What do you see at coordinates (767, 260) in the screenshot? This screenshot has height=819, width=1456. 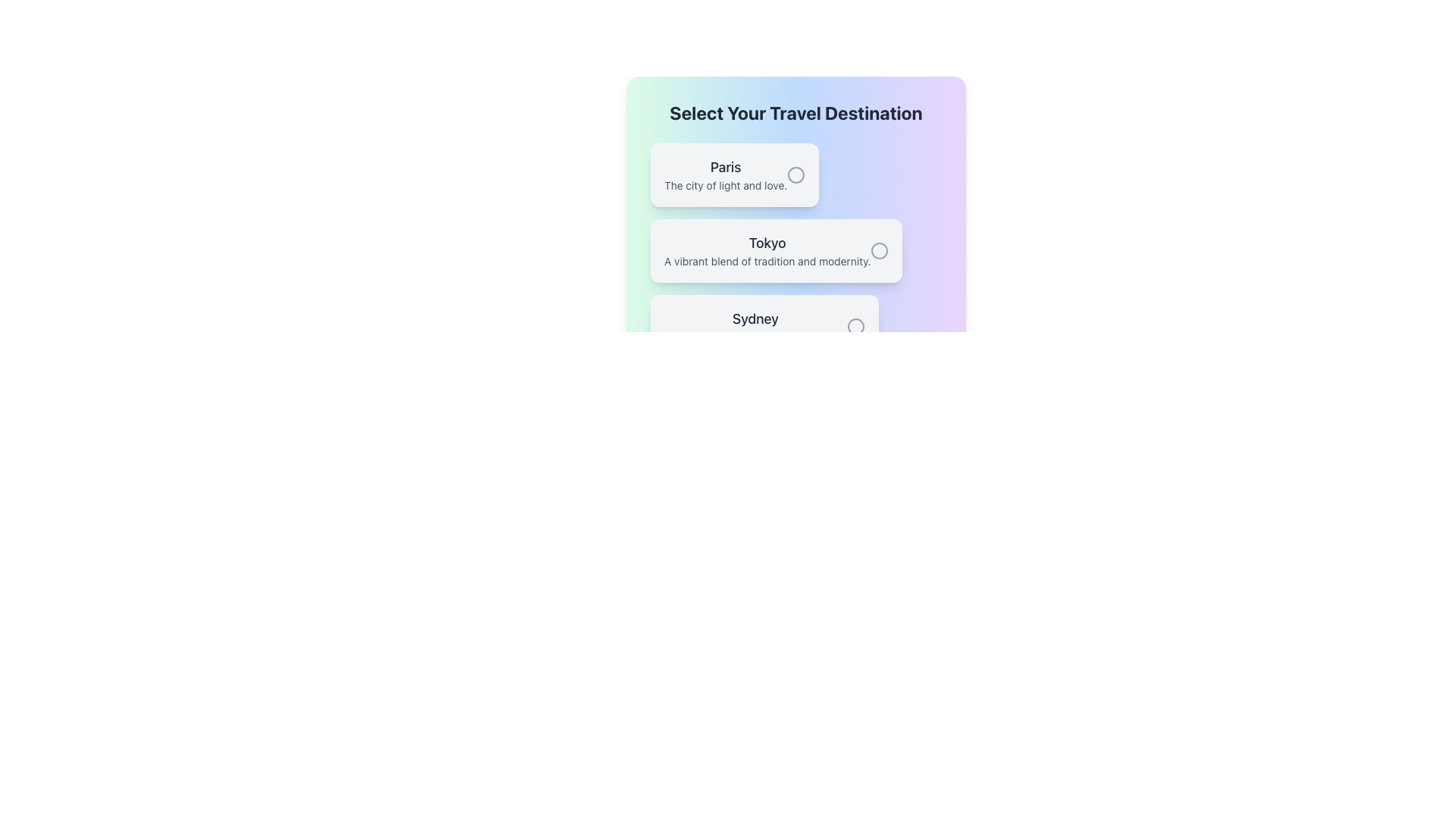 I see `the static text that provides additional information about the 'Tokyo' travel destination, located beneath the heading 'Tokyo' and above the associated radio button` at bounding box center [767, 260].